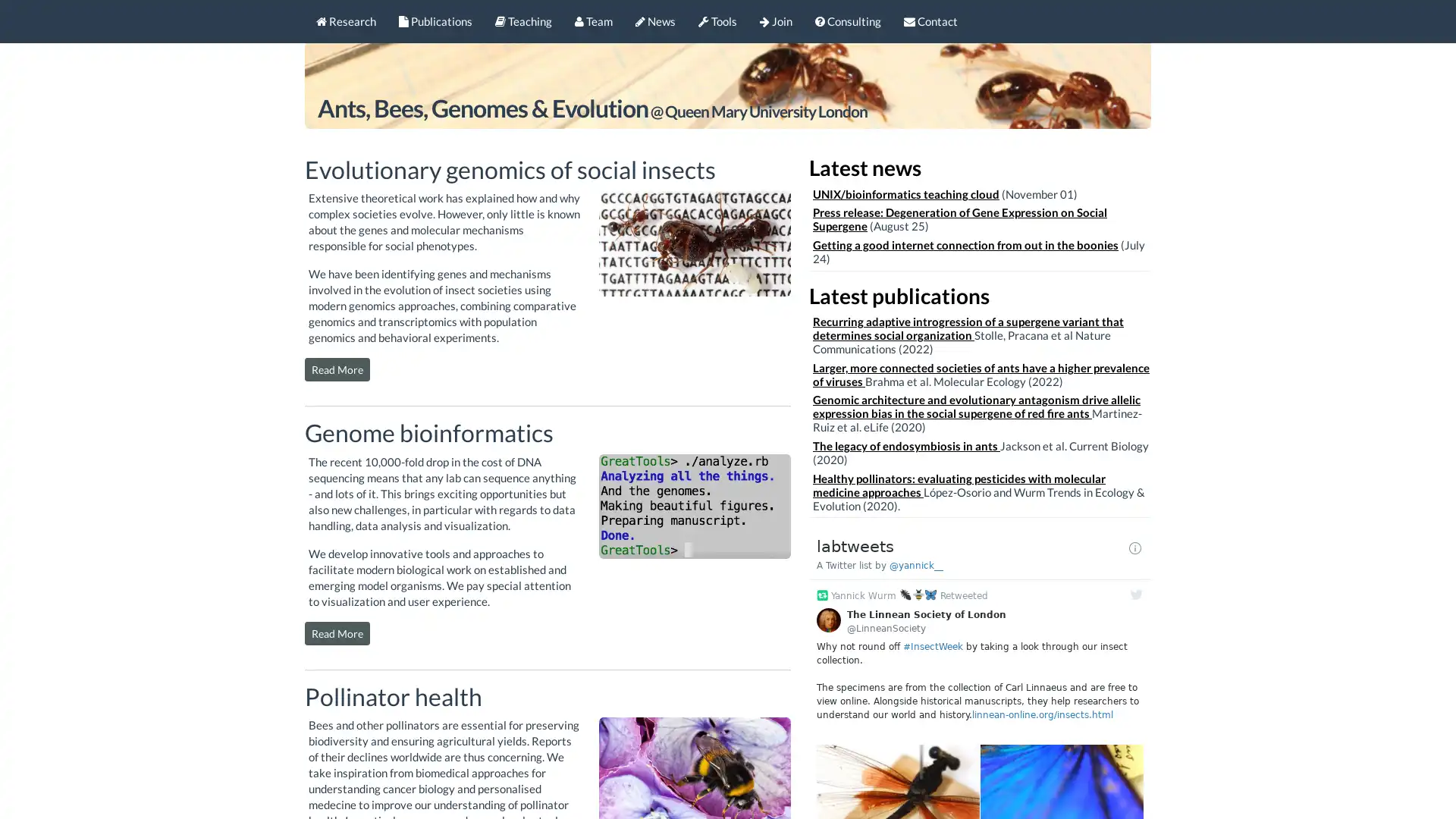 This screenshot has height=819, width=1456. I want to click on Read More, so click(337, 632).